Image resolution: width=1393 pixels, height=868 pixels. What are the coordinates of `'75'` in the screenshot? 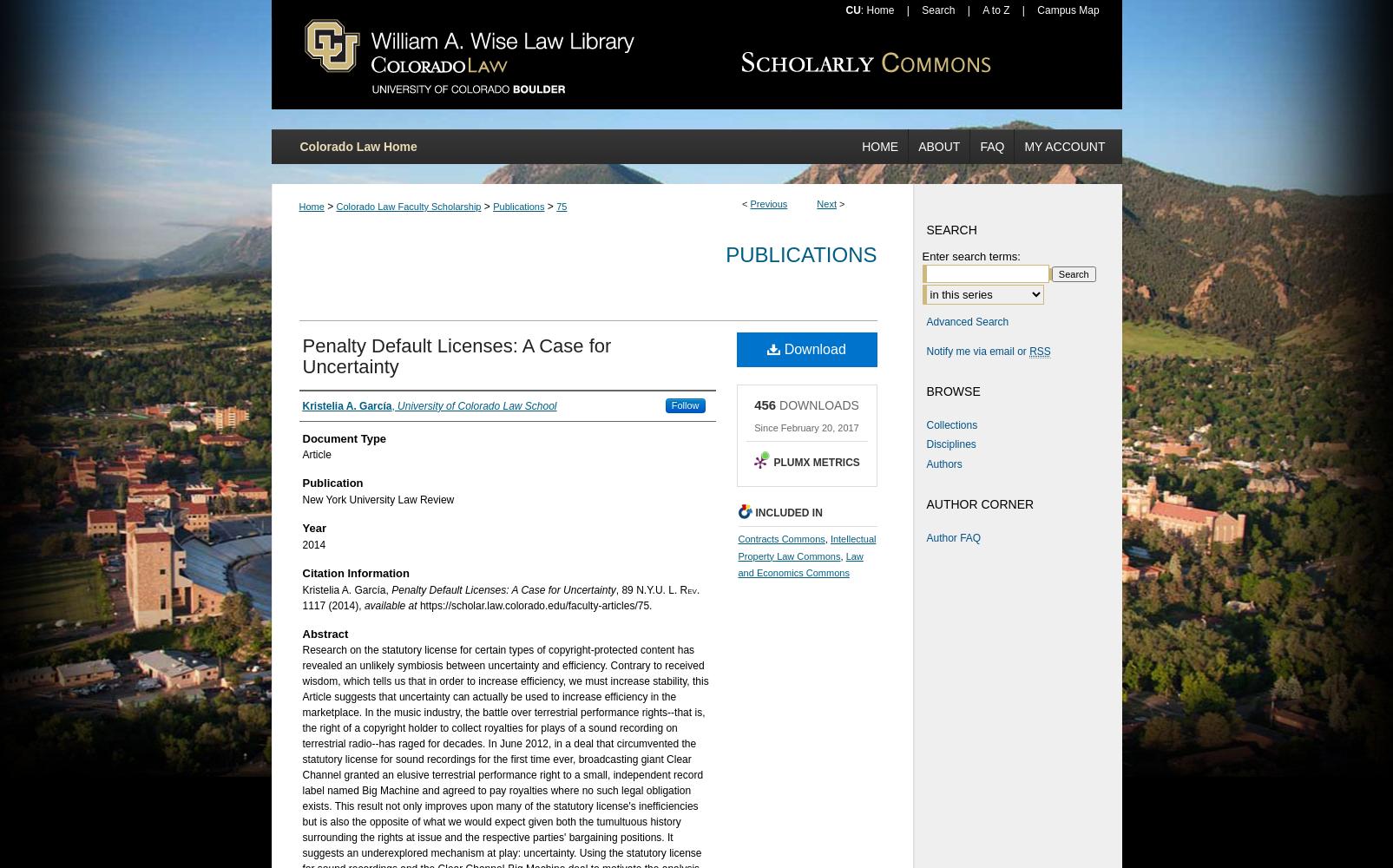 It's located at (556, 206).